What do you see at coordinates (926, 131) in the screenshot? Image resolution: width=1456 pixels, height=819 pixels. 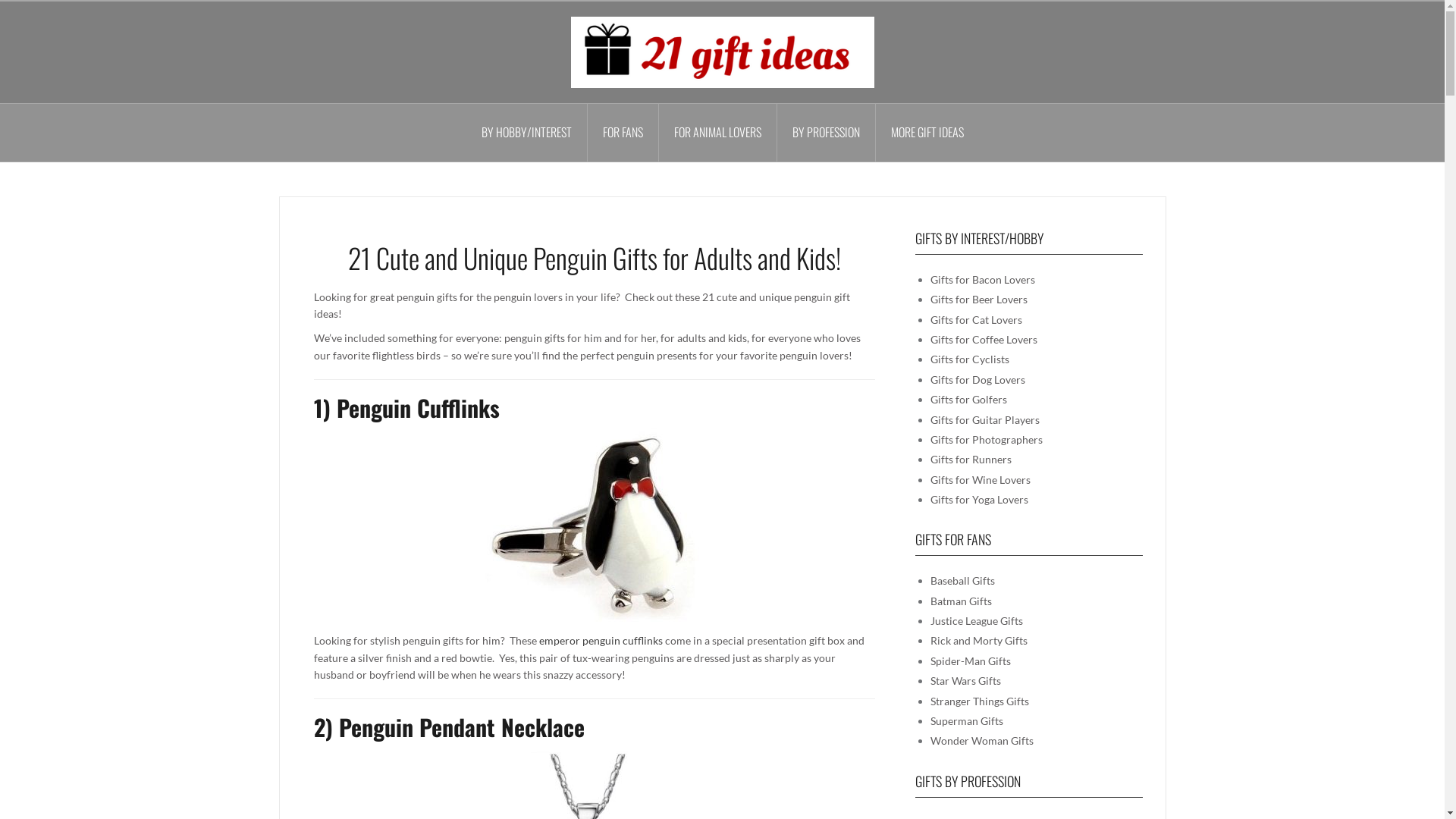 I see `'MORE GIFT IDEAS'` at bounding box center [926, 131].